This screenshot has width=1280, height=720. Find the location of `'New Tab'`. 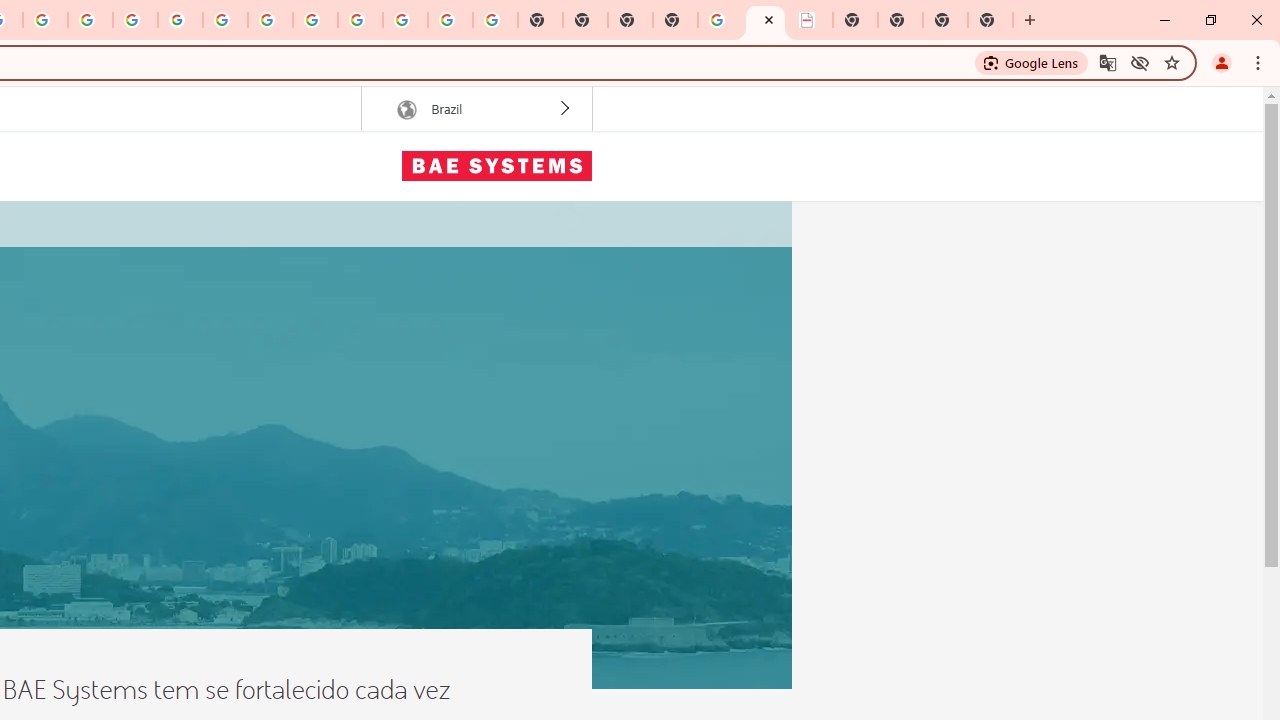

'New Tab' is located at coordinates (990, 20).